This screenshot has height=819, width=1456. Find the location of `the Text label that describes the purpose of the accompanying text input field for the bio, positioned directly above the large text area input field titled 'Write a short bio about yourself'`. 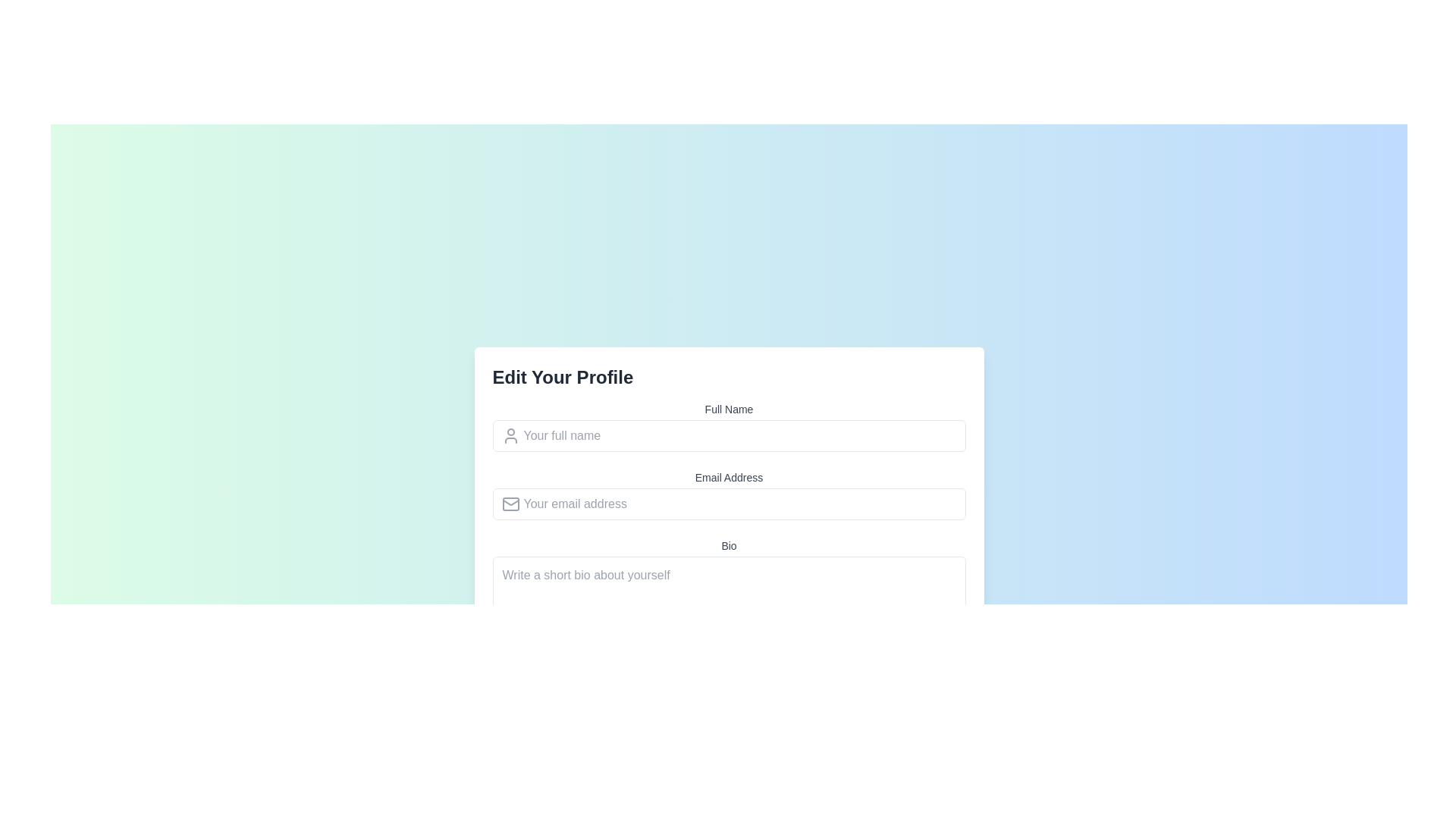

the Text label that describes the purpose of the accompanying text input field for the bio, positioned directly above the large text area input field titled 'Write a short bio about yourself' is located at coordinates (729, 544).